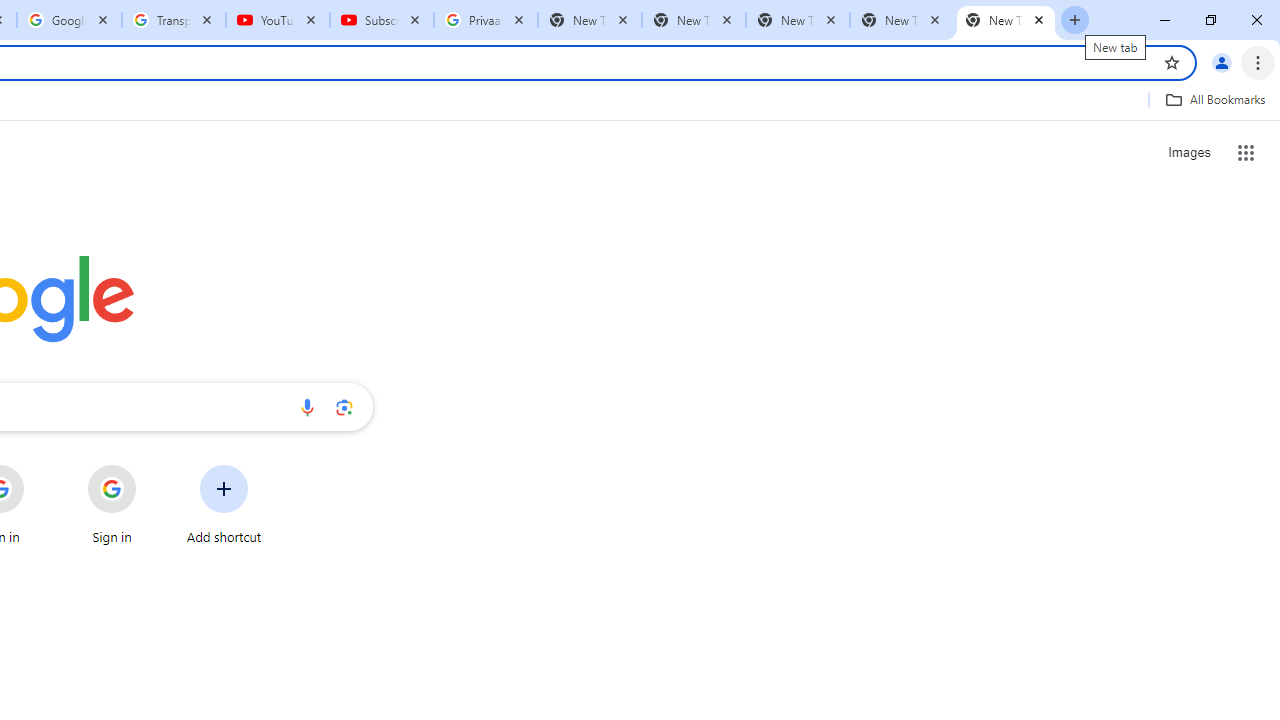 The image size is (1280, 720). What do you see at coordinates (1006, 20) in the screenshot?
I see `'New Tab'` at bounding box center [1006, 20].